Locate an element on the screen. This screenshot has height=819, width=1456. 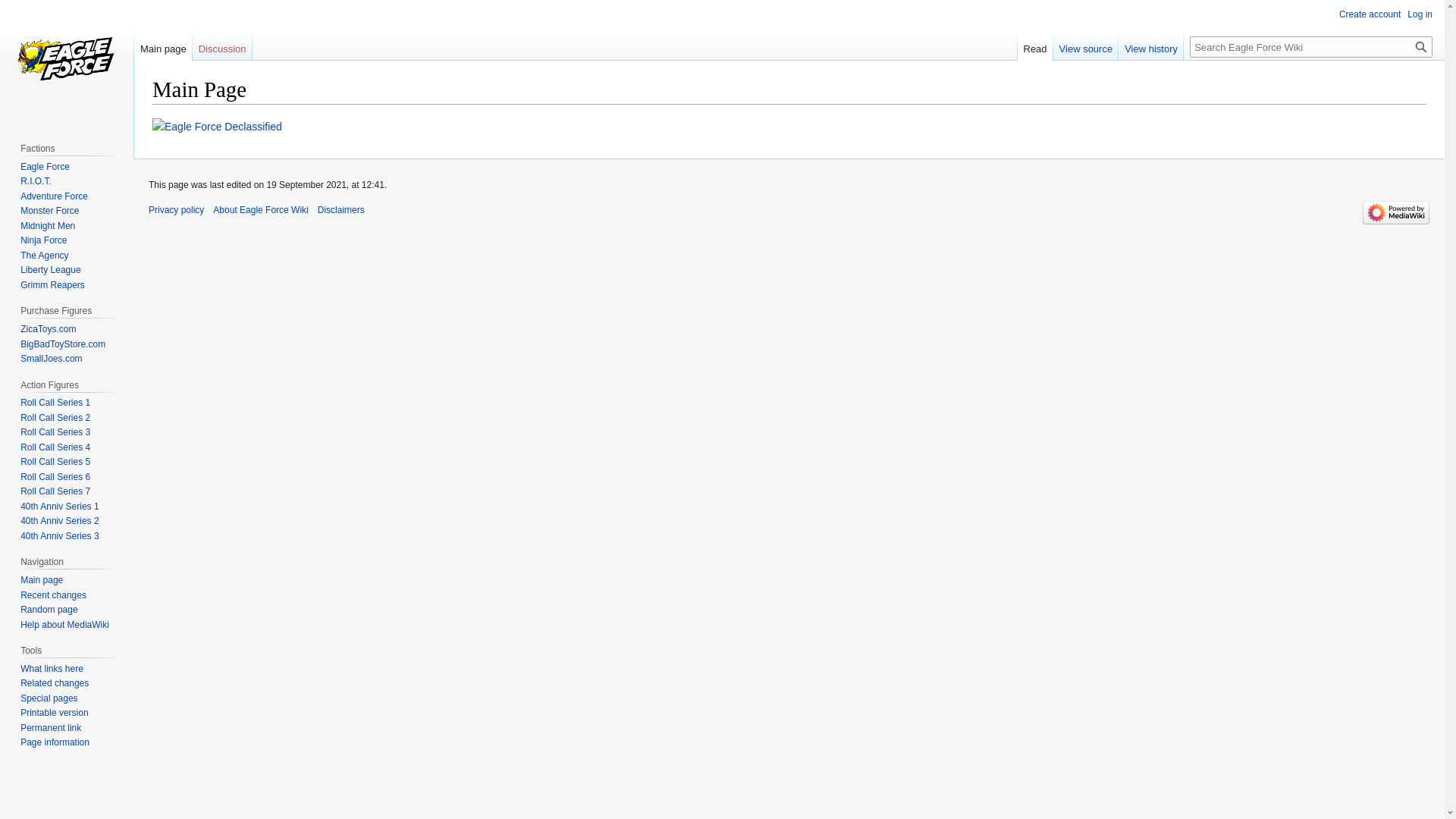
'The Agency' is located at coordinates (44, 254).